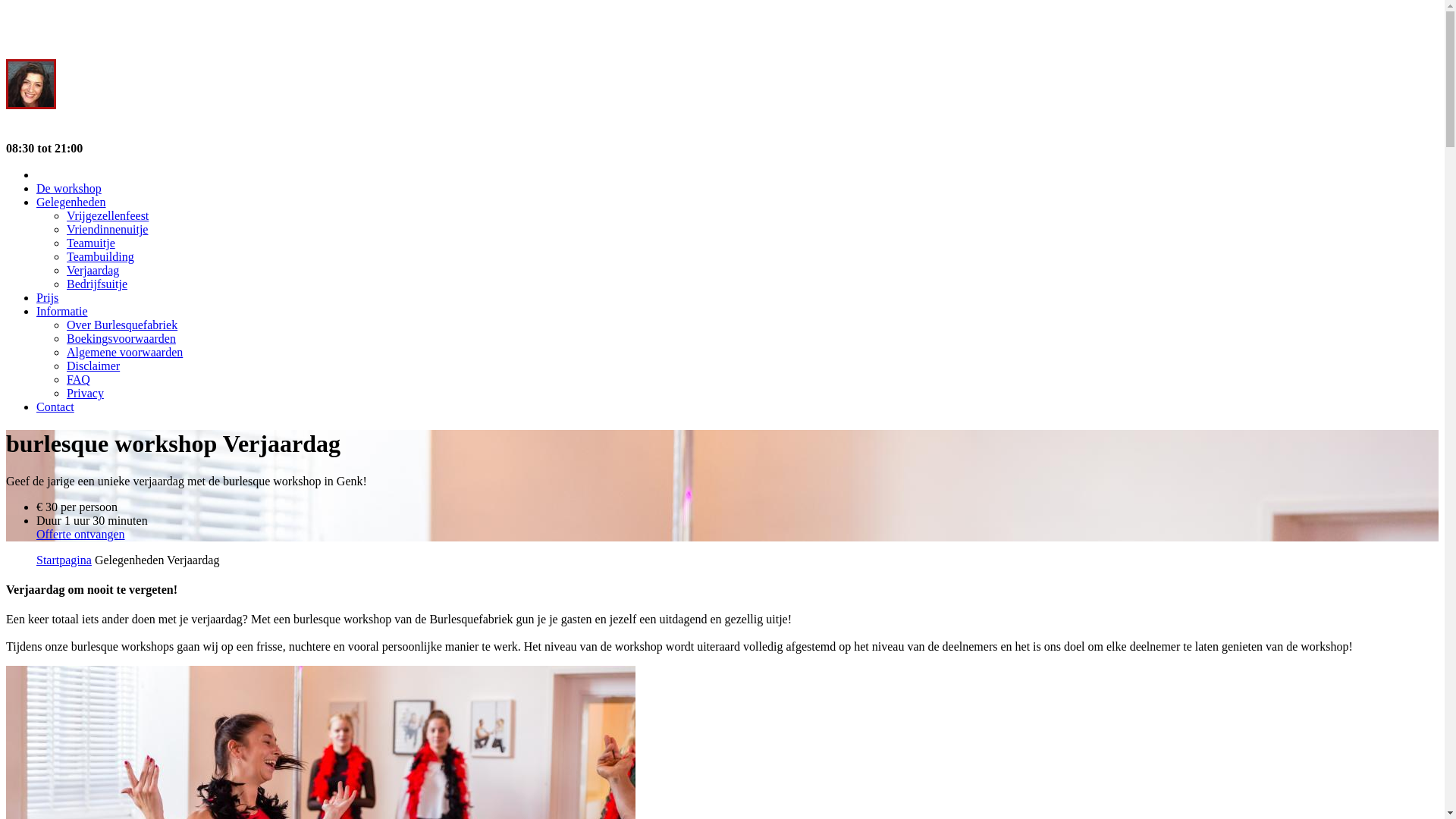  I want to click on 'Vrijgezellenfeest', so click(107, 215).